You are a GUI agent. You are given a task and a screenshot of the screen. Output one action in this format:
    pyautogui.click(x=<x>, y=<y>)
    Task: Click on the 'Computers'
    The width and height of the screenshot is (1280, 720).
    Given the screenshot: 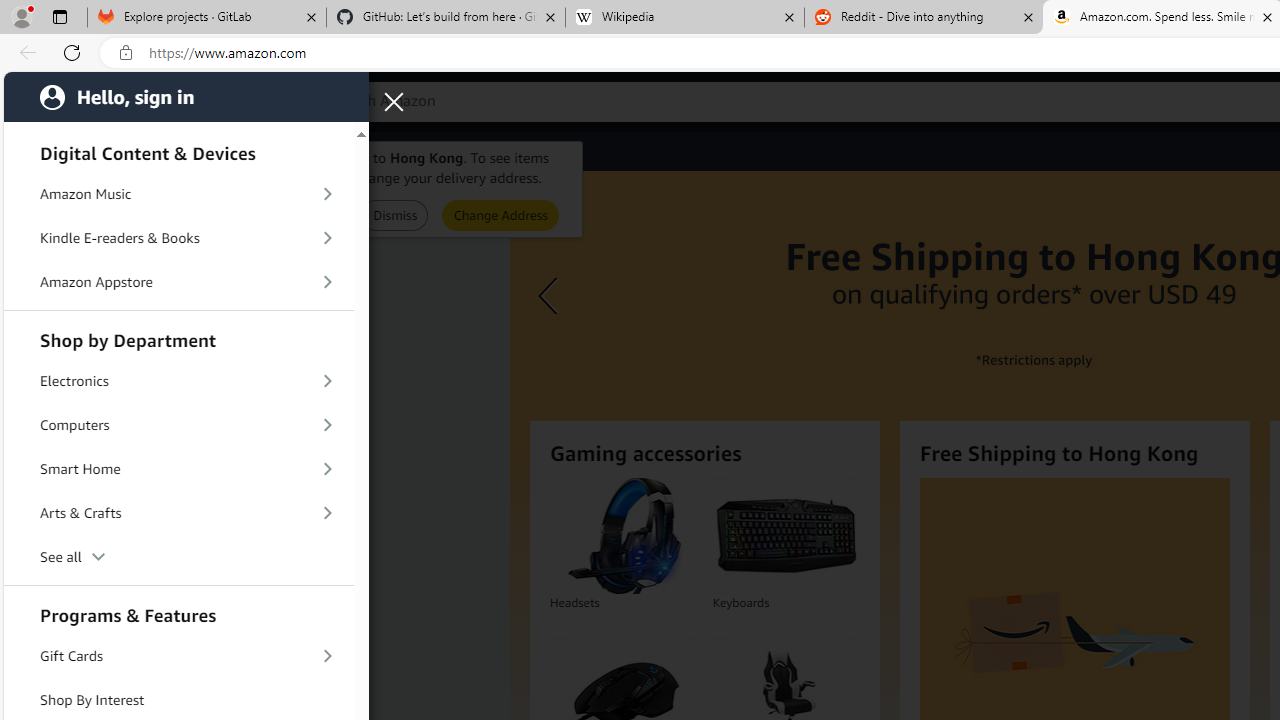 What is the action you would take?
    pyautogui.click(x=179, y=423)
    